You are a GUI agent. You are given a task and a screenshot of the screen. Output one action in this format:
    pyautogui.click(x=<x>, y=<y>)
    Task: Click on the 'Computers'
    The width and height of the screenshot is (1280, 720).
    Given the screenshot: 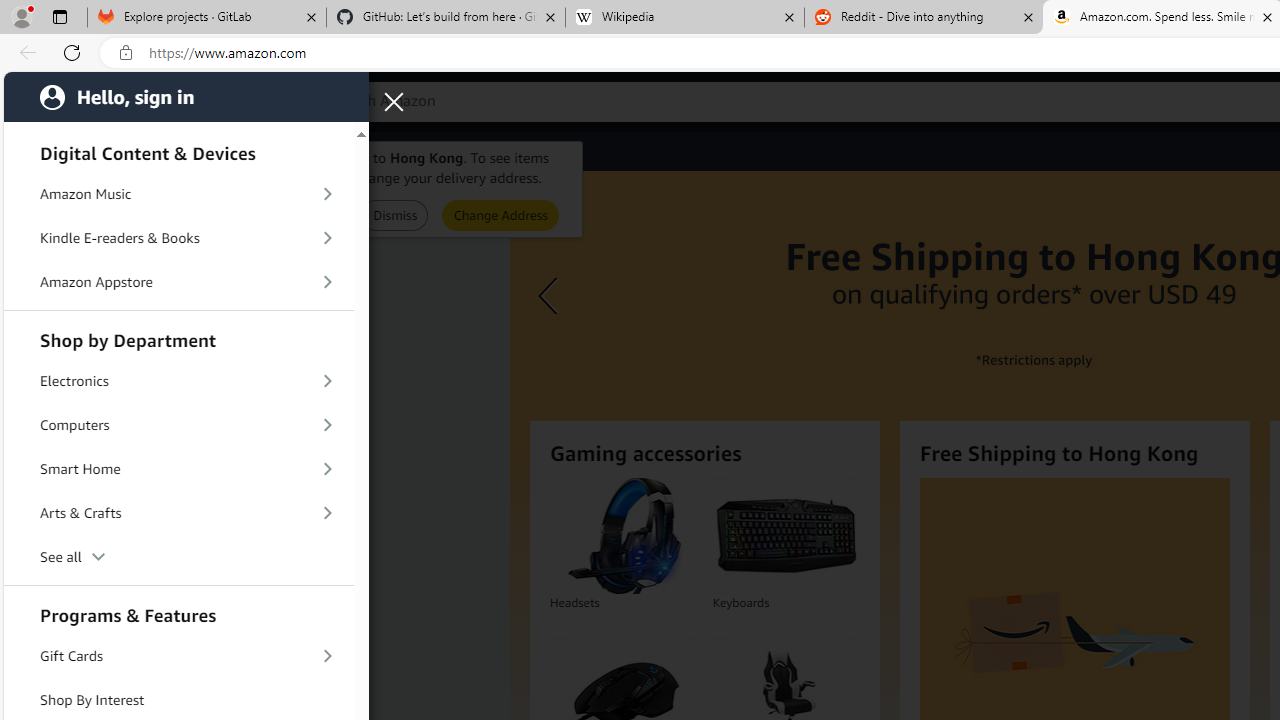 What is the action you would take?
    pyautogui.click(x=179, y=423)
    